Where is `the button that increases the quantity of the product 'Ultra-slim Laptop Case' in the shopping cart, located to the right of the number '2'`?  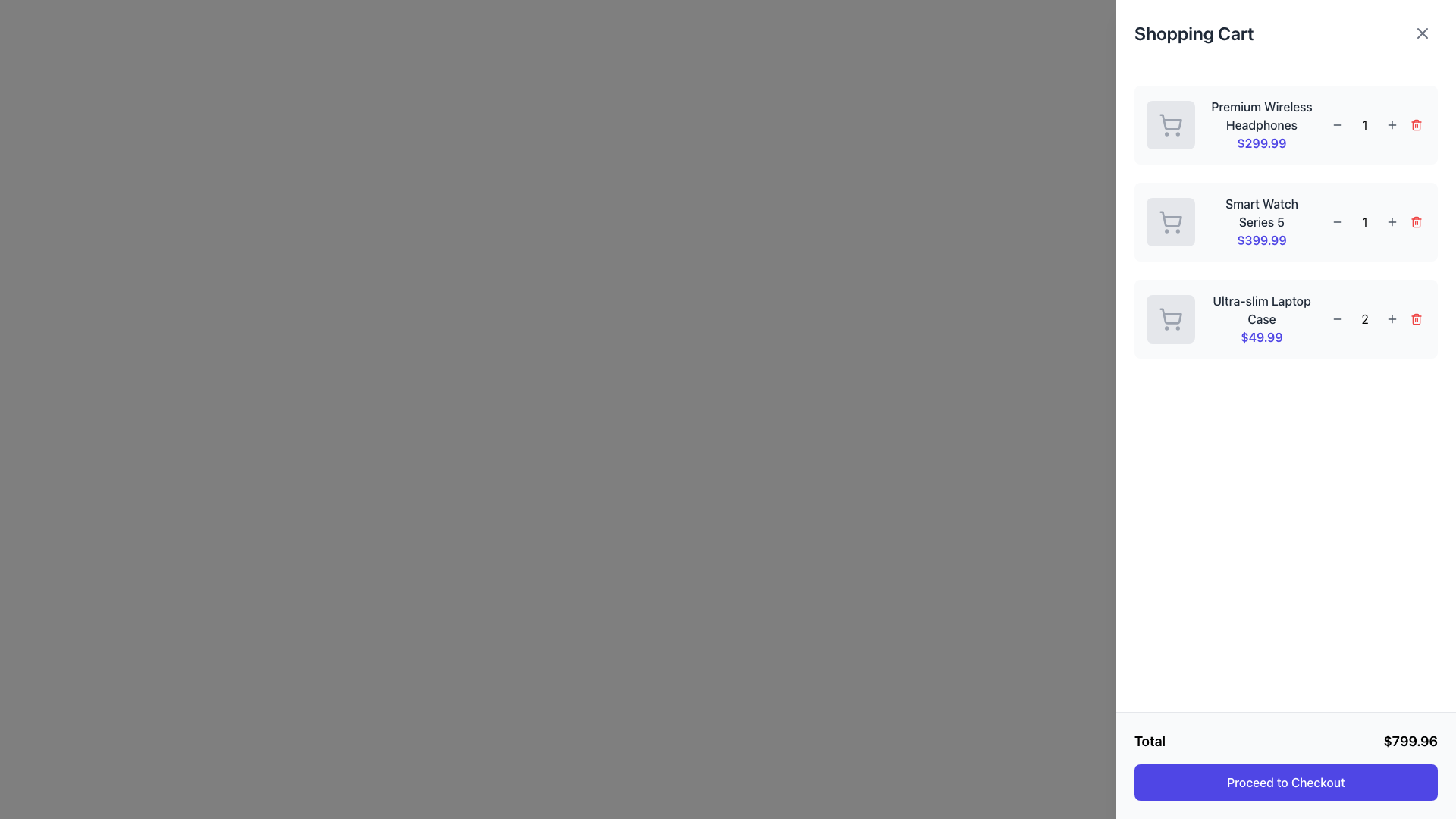 the button that increases the quantity of the product 'Ultra-slim Laptop Case' in the shopping cart, located to the right of the number '2' is located at coordinates (1392, 318).